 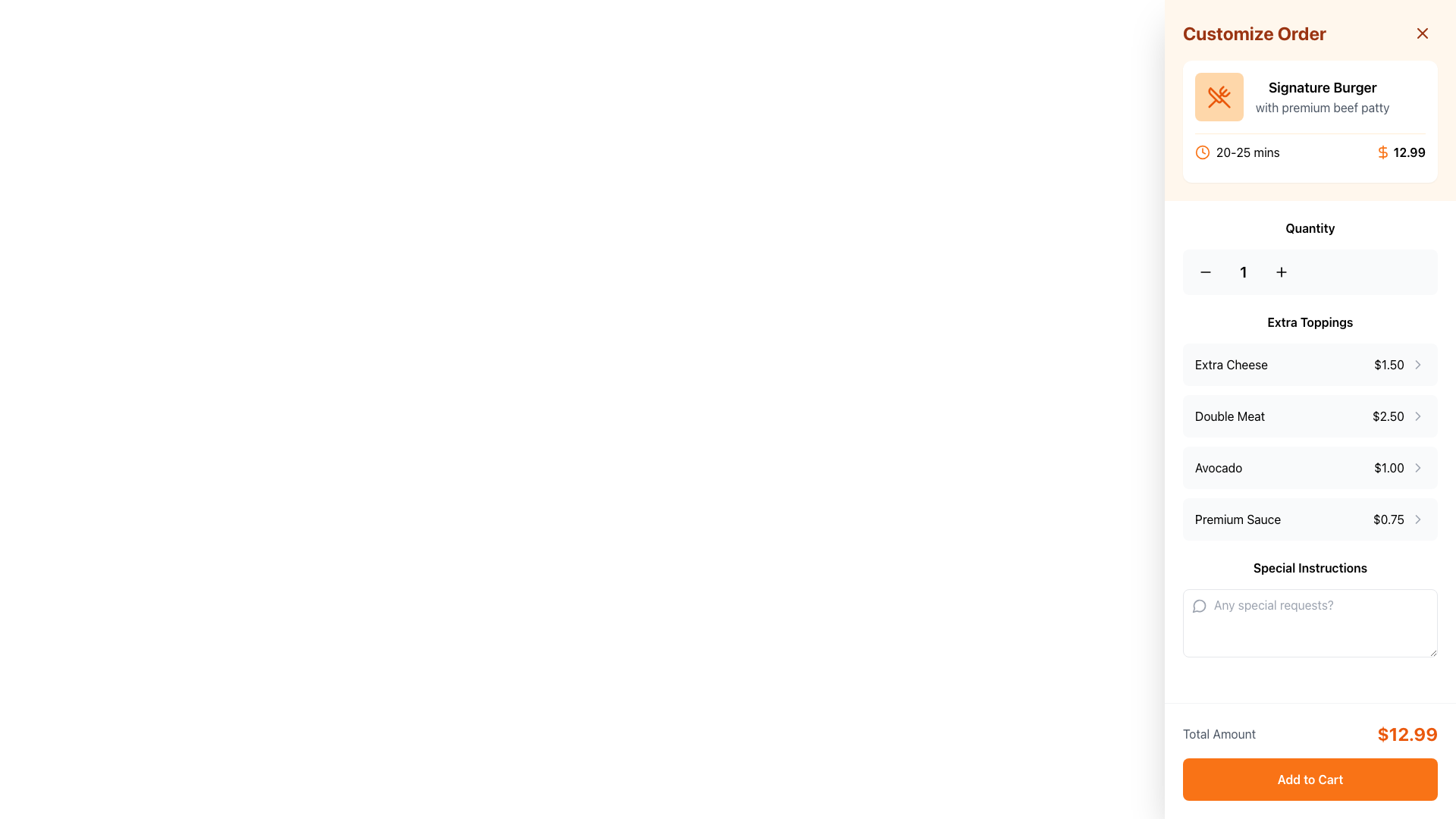 What do you see at coordinates (1219, 467) in the screenshot?
I see `the text label displaying 'Avocado' in the 'Extra Toppings' section` at bounding box center [1219, 467].